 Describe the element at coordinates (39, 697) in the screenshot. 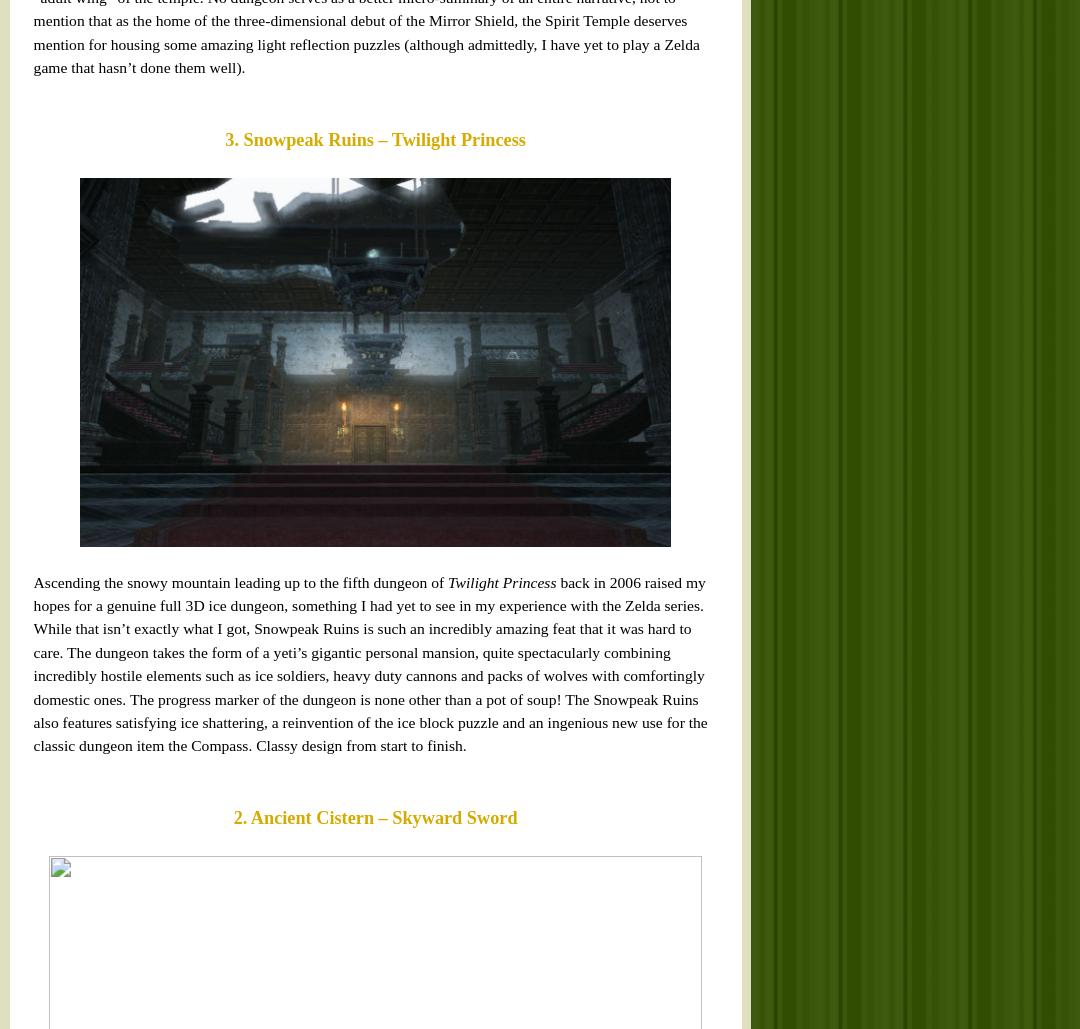

I see `'Palace of Twilight – Twilight Princess'` at that location.